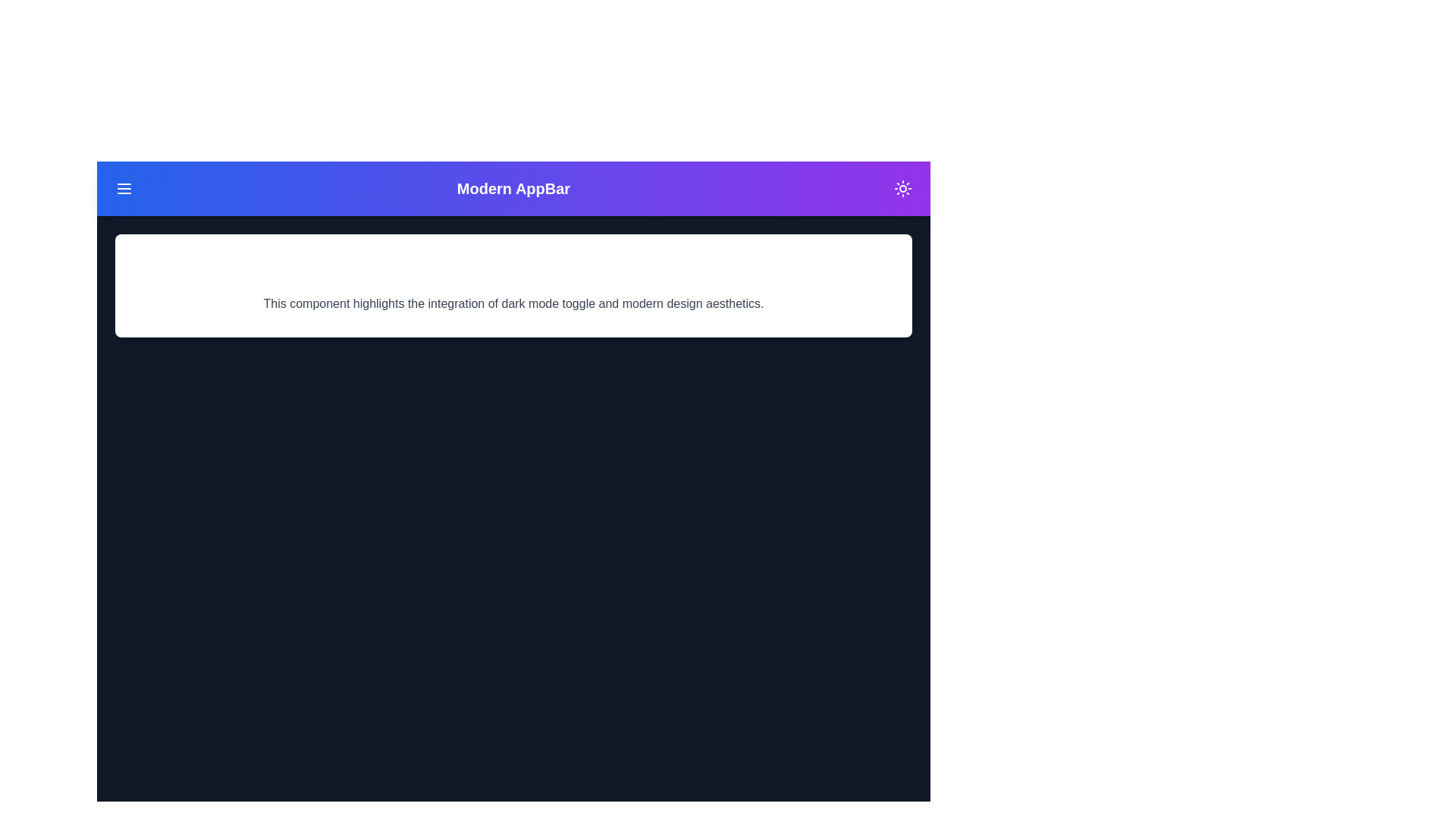 This screenshot has height=819, width=1456. I want to click on the title text 'Modern AppBar' in the app bar, so click(513, 188).